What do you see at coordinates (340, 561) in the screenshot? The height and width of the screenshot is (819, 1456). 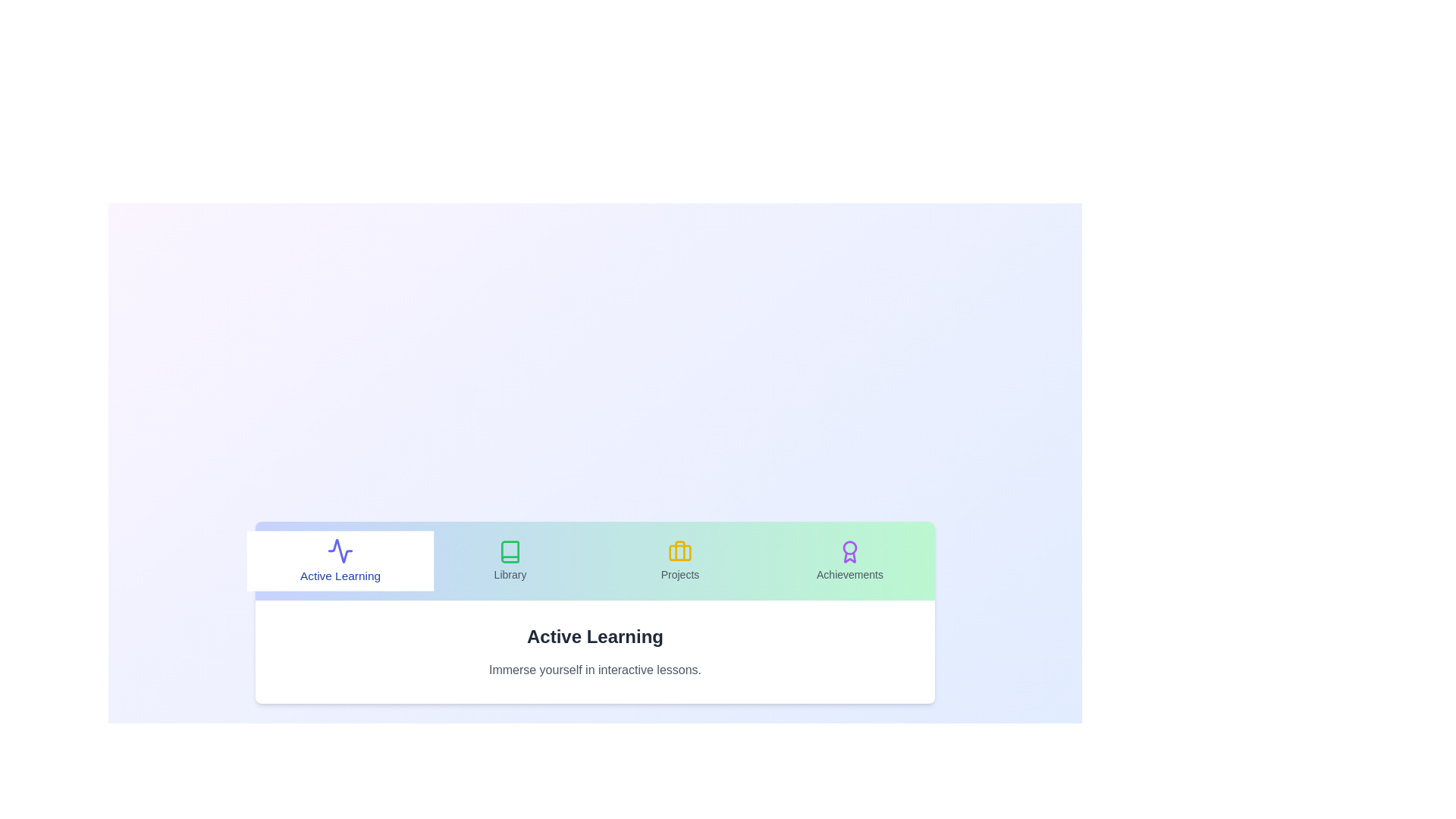 I see `the tab labeled Active Learning to observe its hover effect` at bounding box center [340, 561].